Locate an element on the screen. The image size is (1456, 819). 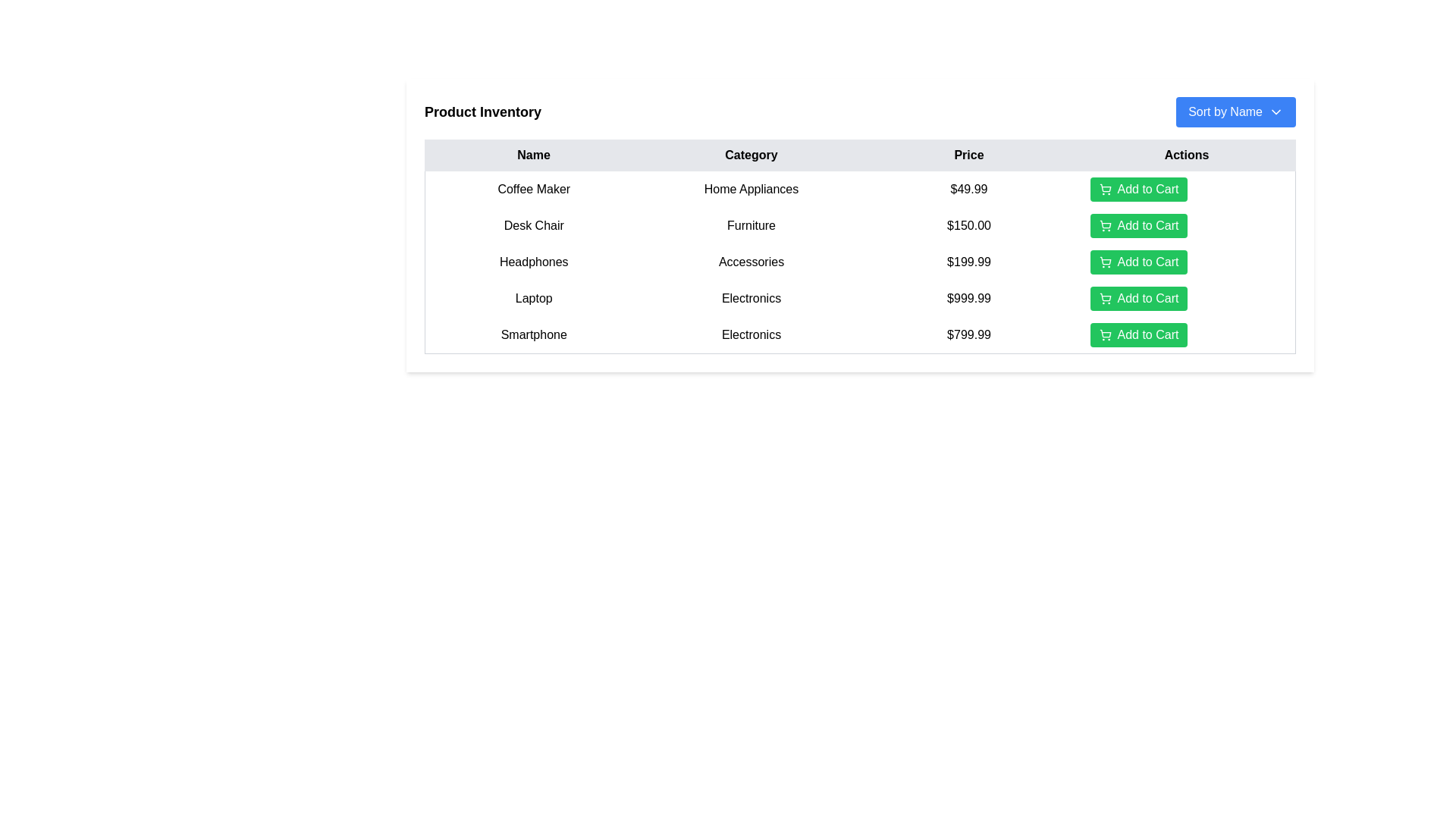
the text label displaying 'Desk Chair' is located at coordinates (534, 225).